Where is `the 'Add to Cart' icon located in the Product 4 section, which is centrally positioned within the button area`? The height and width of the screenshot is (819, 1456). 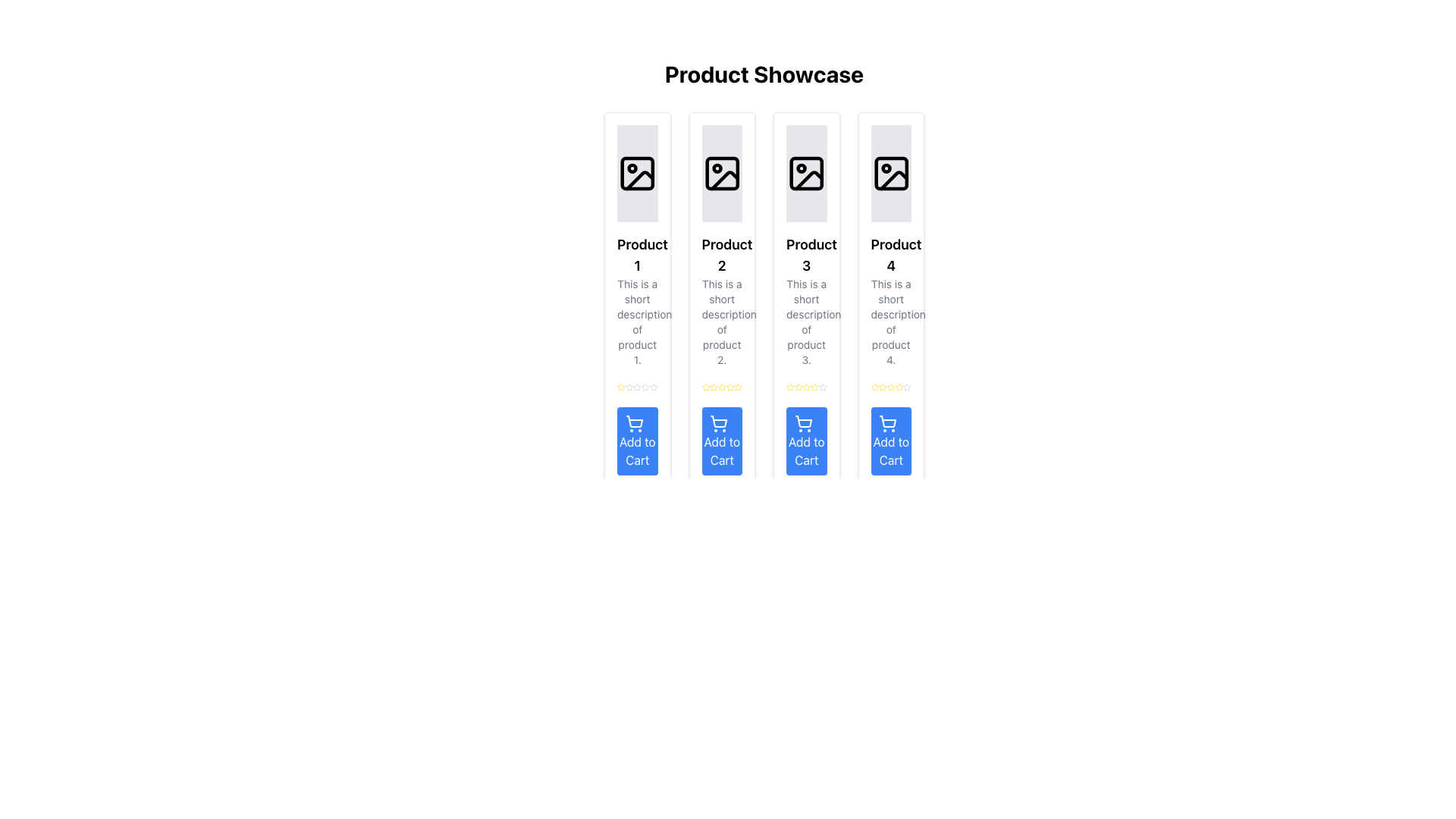
the 'Add to Cart' icon located in the Product 4 section, which is centrally positioned within the button area is located at coordinates (888, 421).